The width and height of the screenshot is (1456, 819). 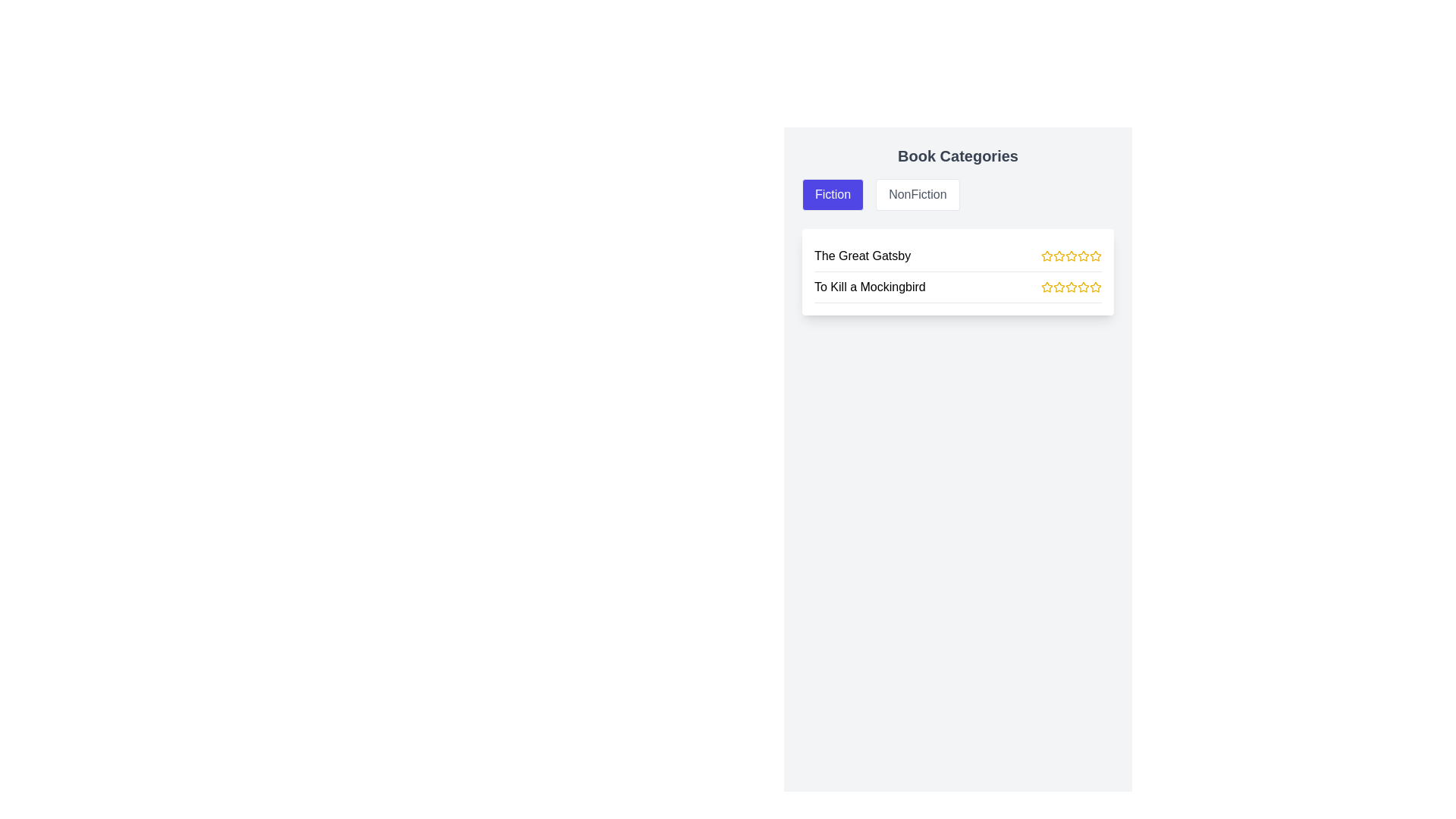 I want to click on the star-shaped icon with a golden outline and white center to rate it, located to the right of 'The Great Gatsby', so click(x=1046, y=254).